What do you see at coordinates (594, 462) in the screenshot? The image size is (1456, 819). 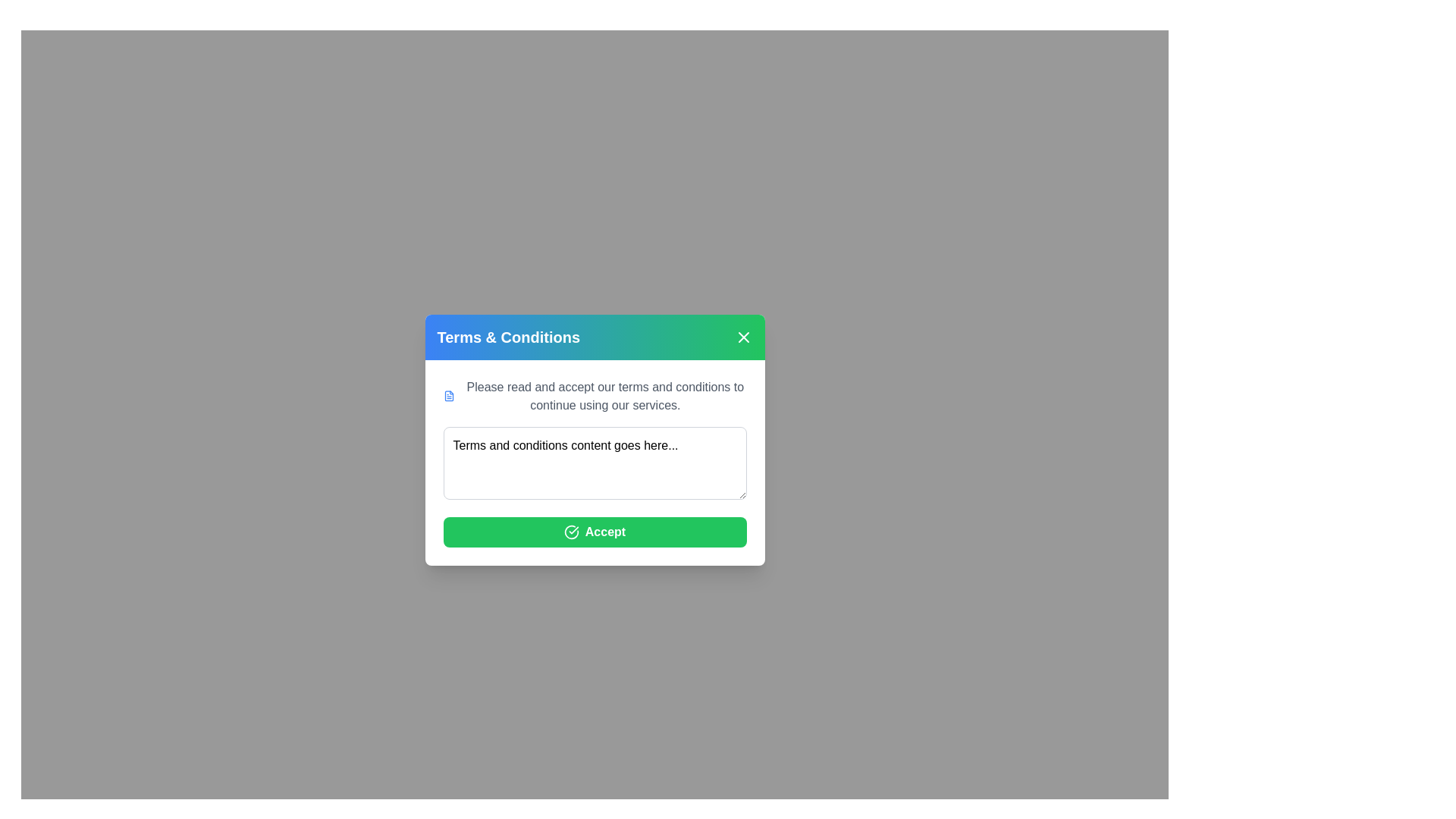 I see `the textarea to focus on it for reading` at bounding box center [594, 462].